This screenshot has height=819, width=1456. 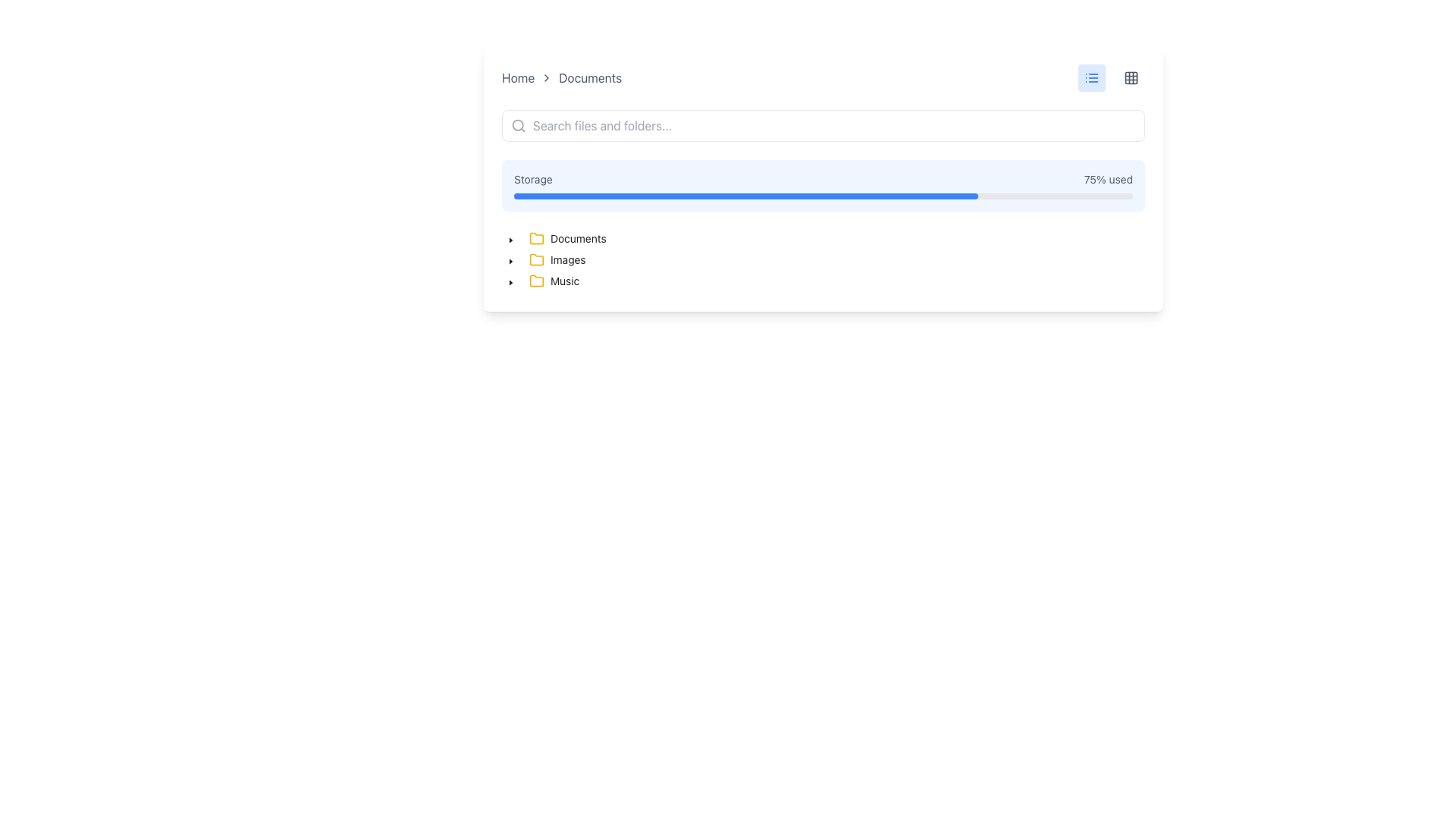 I want to click on the 'Music' folder UI element, which is represented by a yellow folder icon and is the third folder under the 'Documents' section, so click(x=554, y=281).